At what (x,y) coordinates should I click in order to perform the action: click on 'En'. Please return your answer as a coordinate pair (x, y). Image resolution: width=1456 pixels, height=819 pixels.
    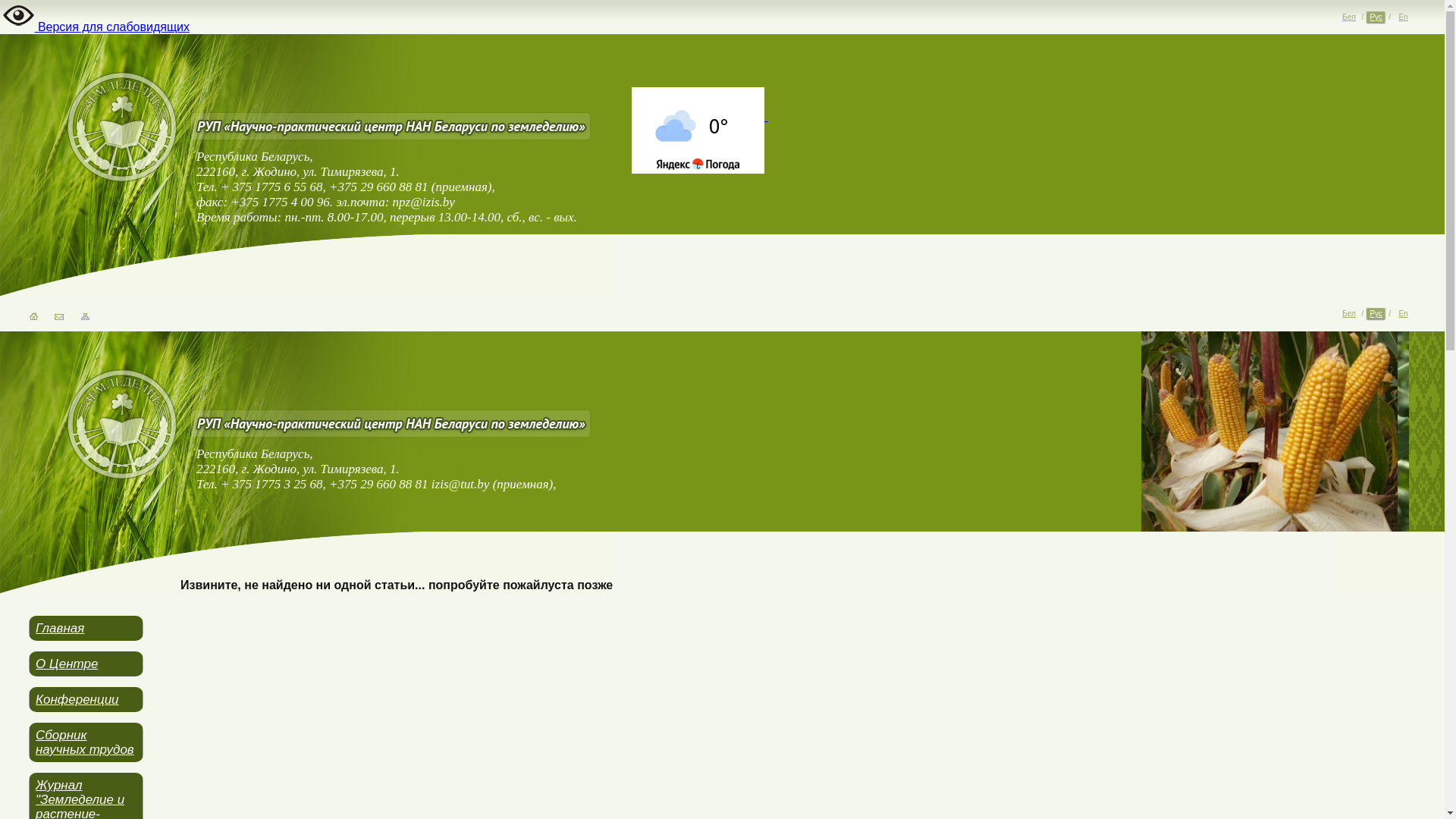
    Looking at the image, I should click on (1402, 17).